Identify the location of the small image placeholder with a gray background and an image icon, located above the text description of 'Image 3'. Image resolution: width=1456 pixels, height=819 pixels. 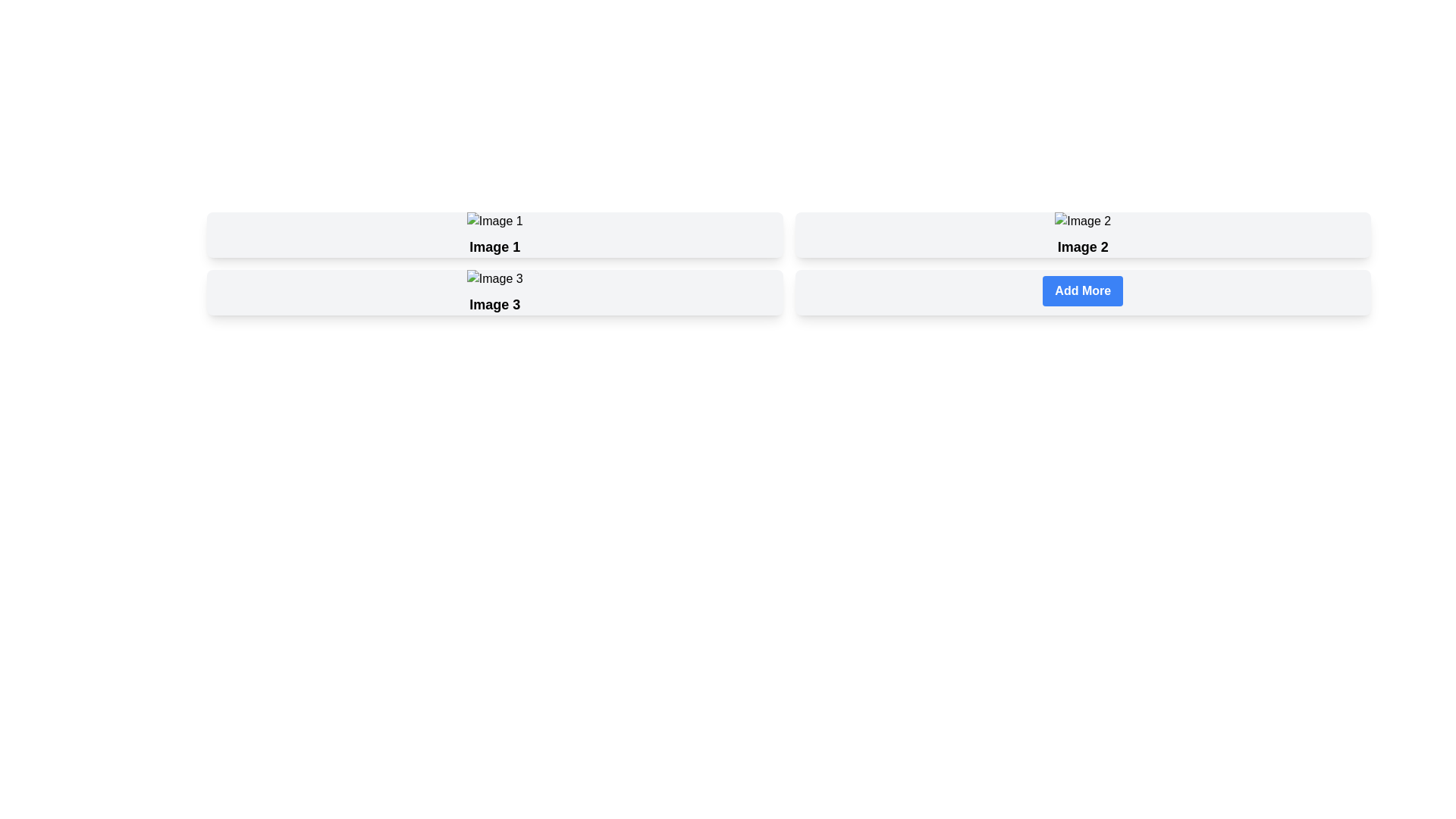
(494, 278).